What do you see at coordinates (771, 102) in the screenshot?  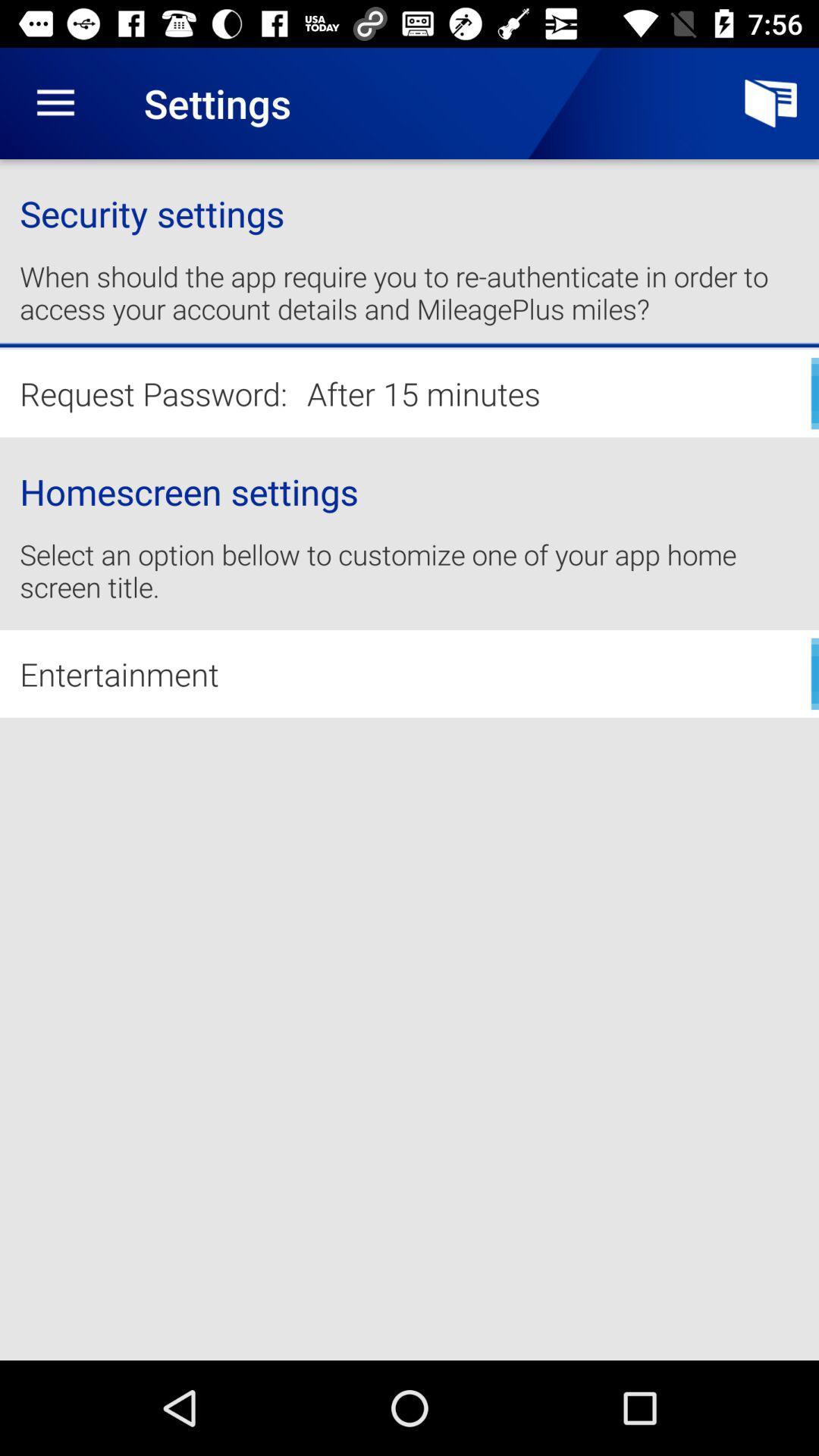 I see `the icon next to settings icon` at bounding box center [771, 102].